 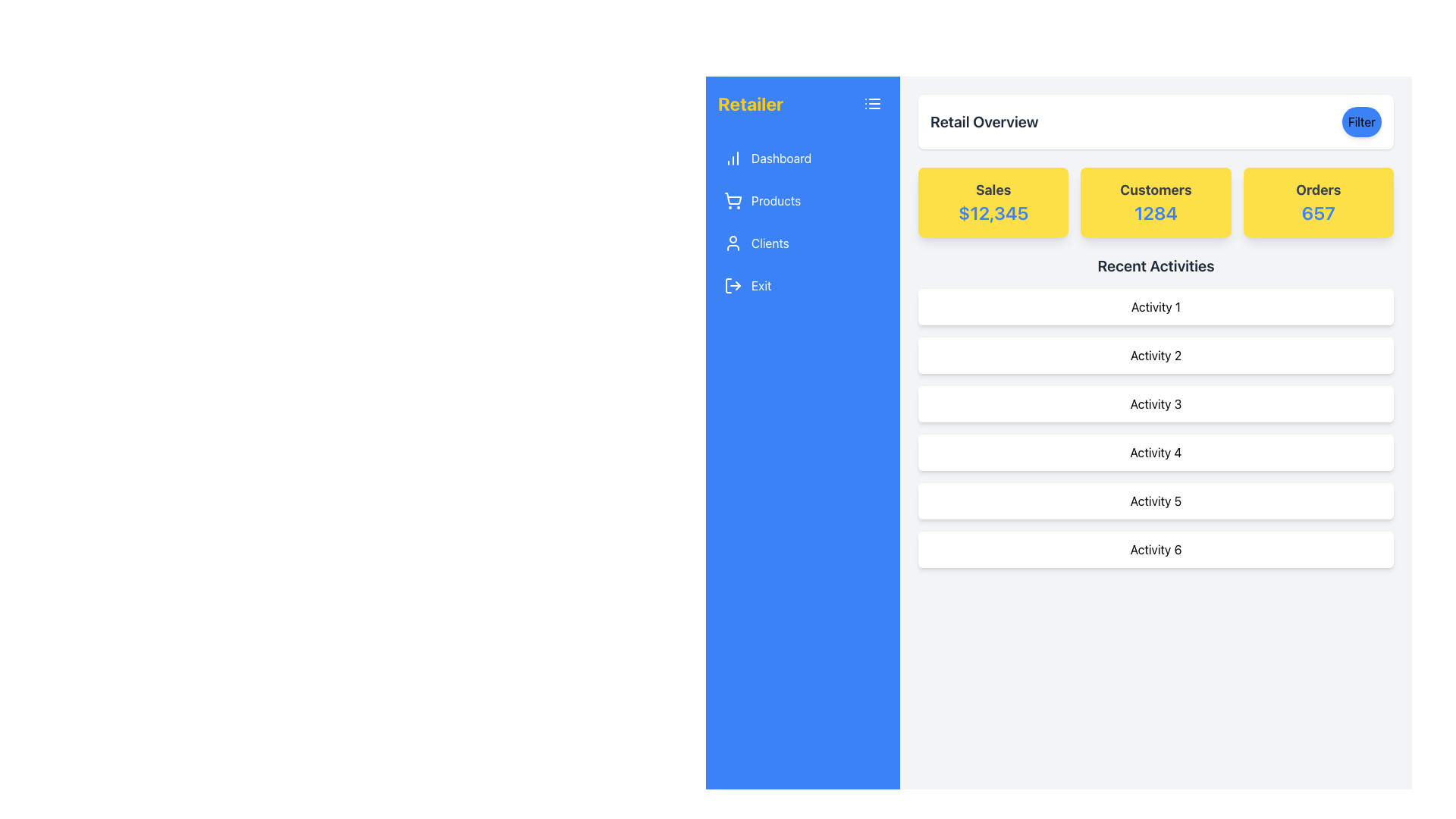 I want to click on the third item labeled 'Activity 3' in the 'Recent Activities' list, so click(x=1155, y=403).